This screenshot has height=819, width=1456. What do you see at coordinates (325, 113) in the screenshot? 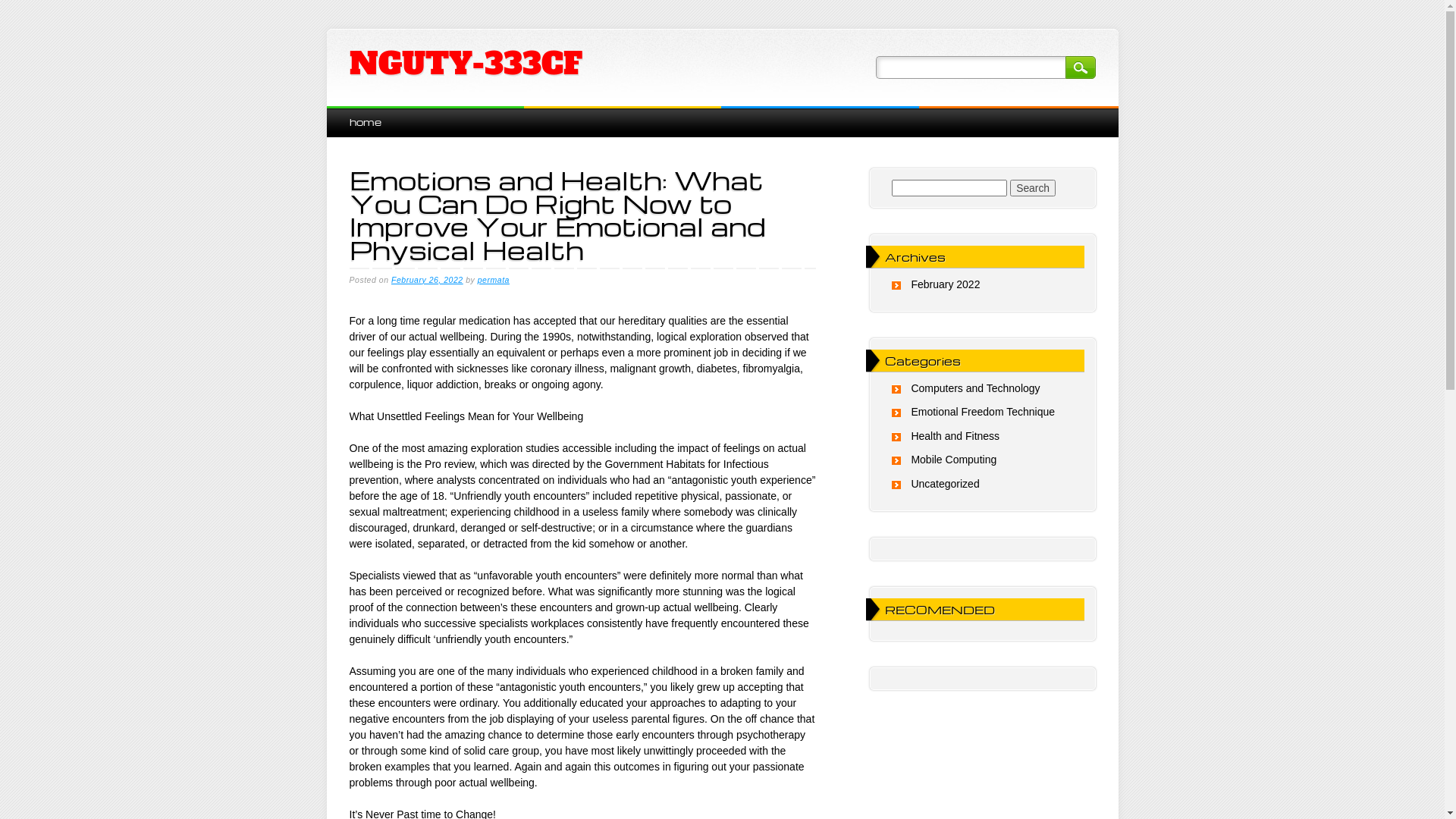
I see `'Skip to content'` at bounding box center [325, 113].